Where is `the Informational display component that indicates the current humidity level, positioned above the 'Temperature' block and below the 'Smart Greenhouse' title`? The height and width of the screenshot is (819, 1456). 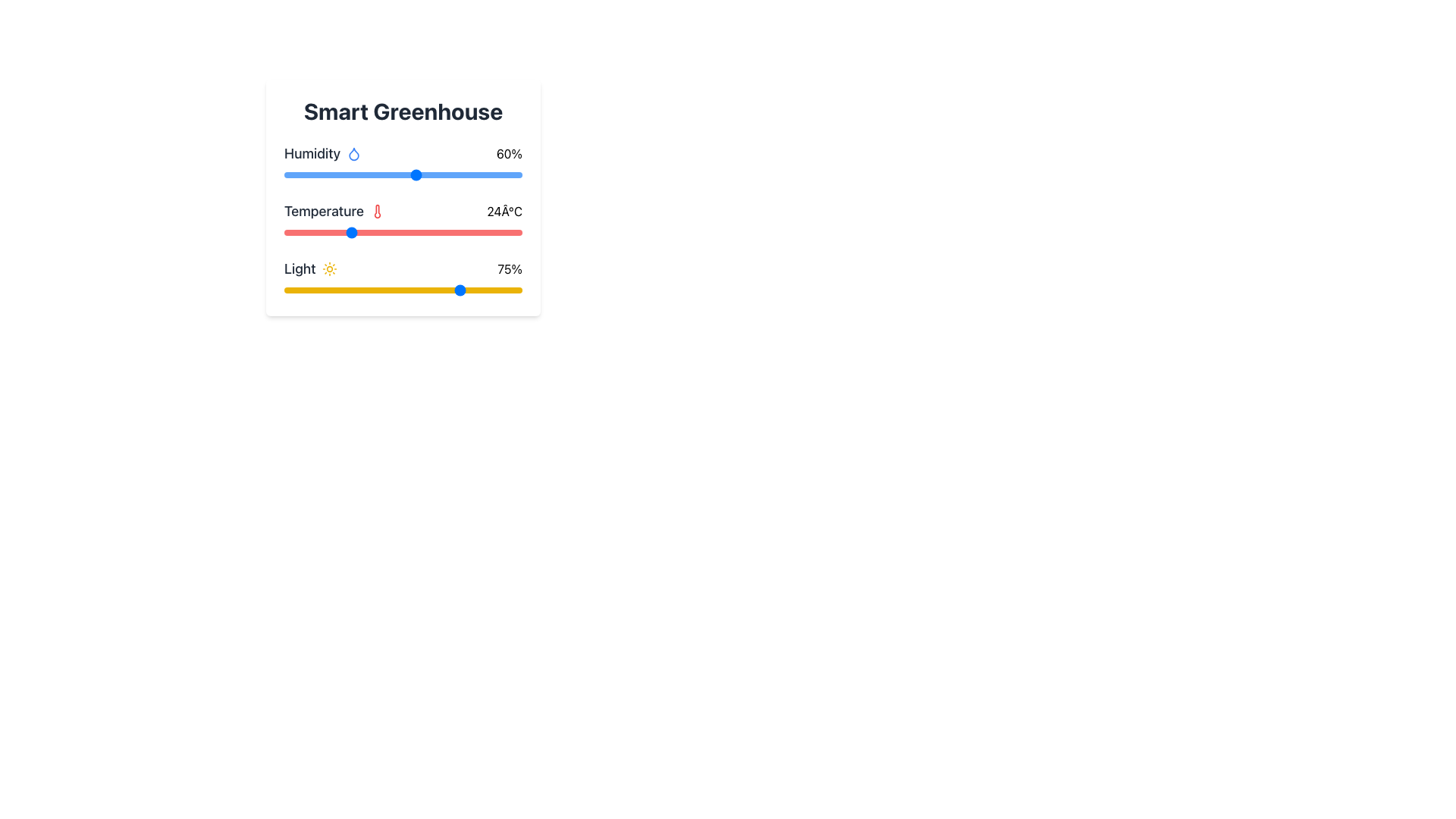
the Informational display component that indicates the current humidity level, positioned above the 'Temperature' block and below the 'Smart Greenhouse' title is located at coordinates (403, 163).